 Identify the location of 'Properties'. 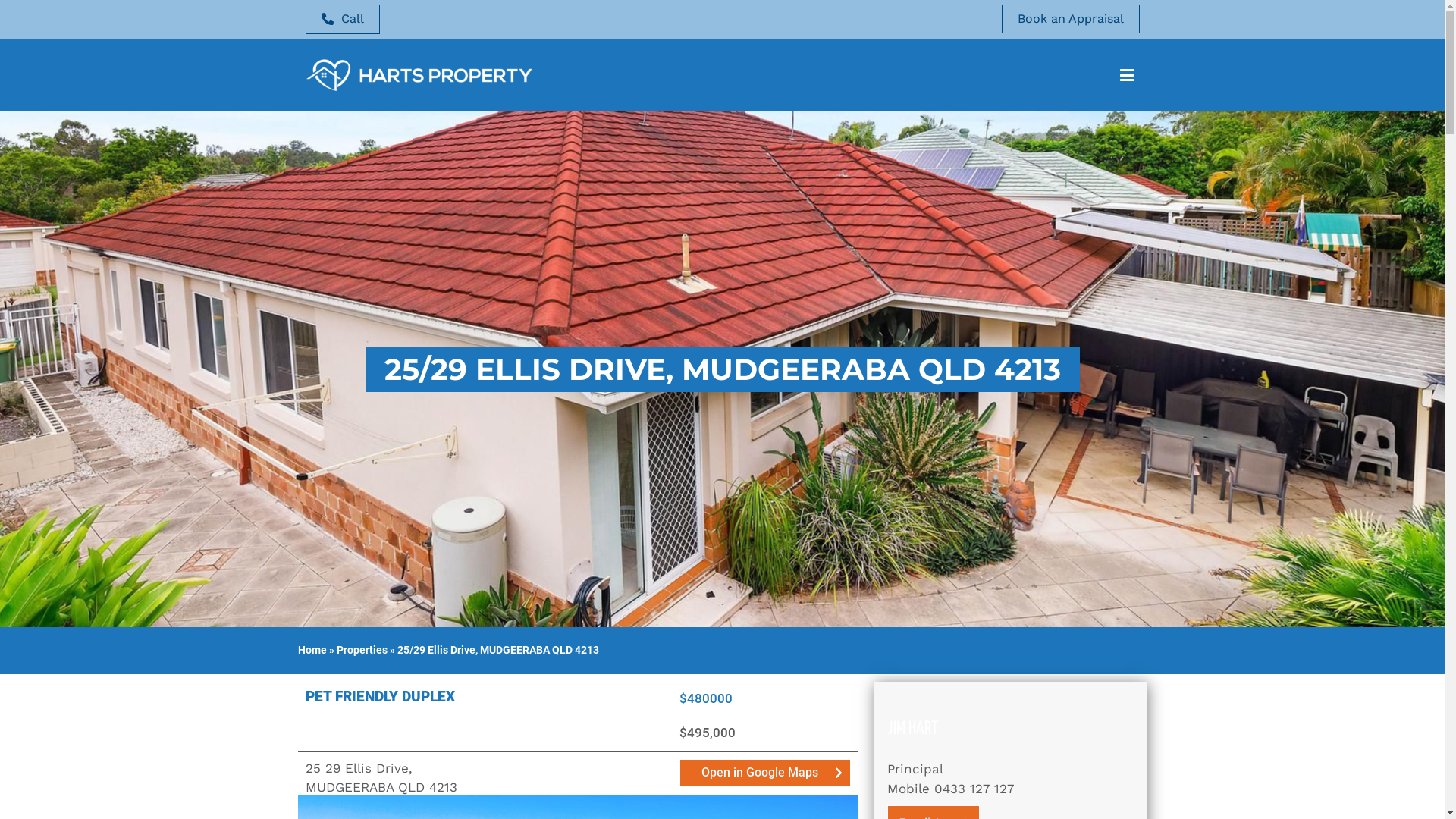
(361, 649).